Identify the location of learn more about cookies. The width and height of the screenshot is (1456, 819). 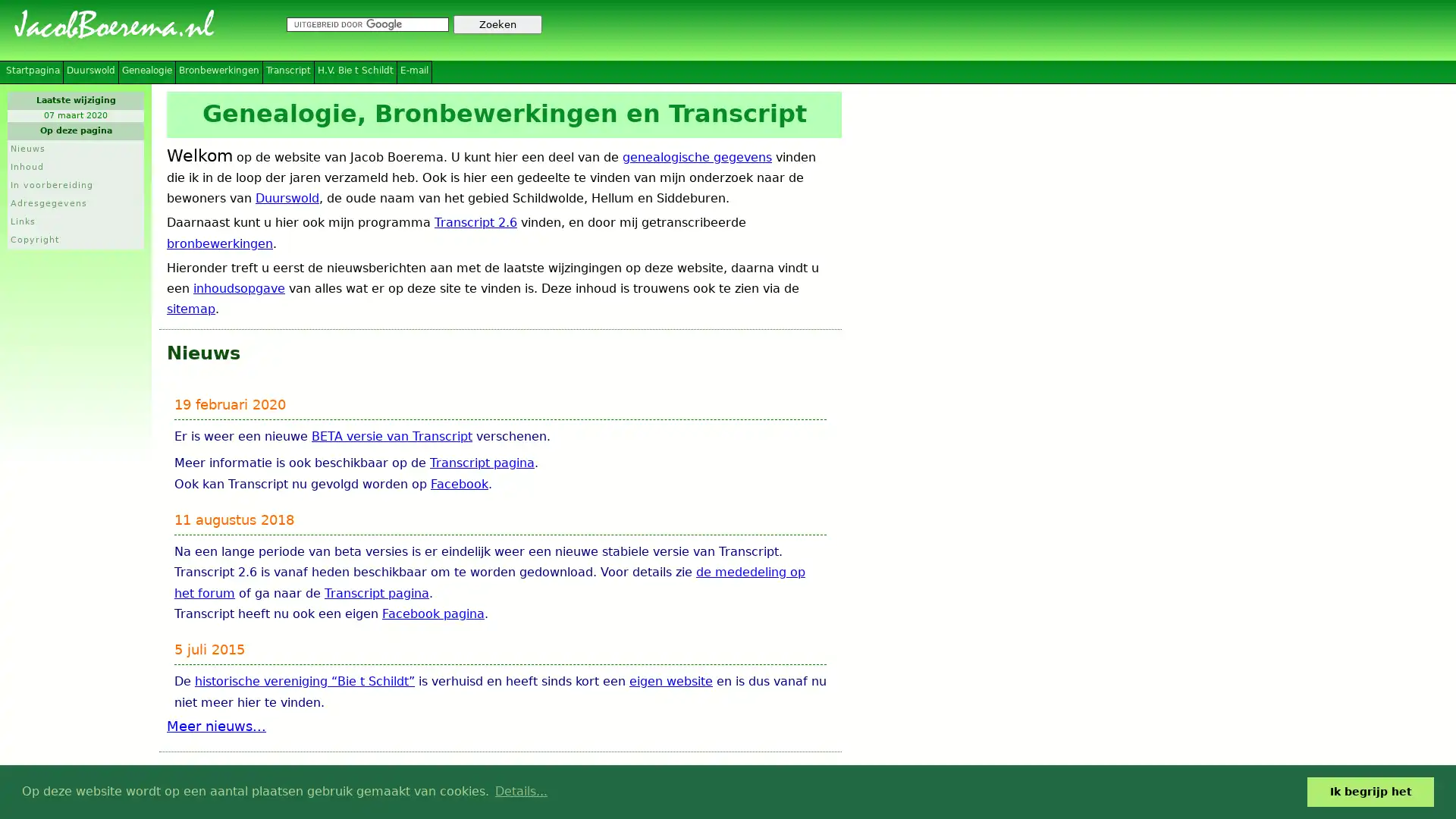
(520, 791).